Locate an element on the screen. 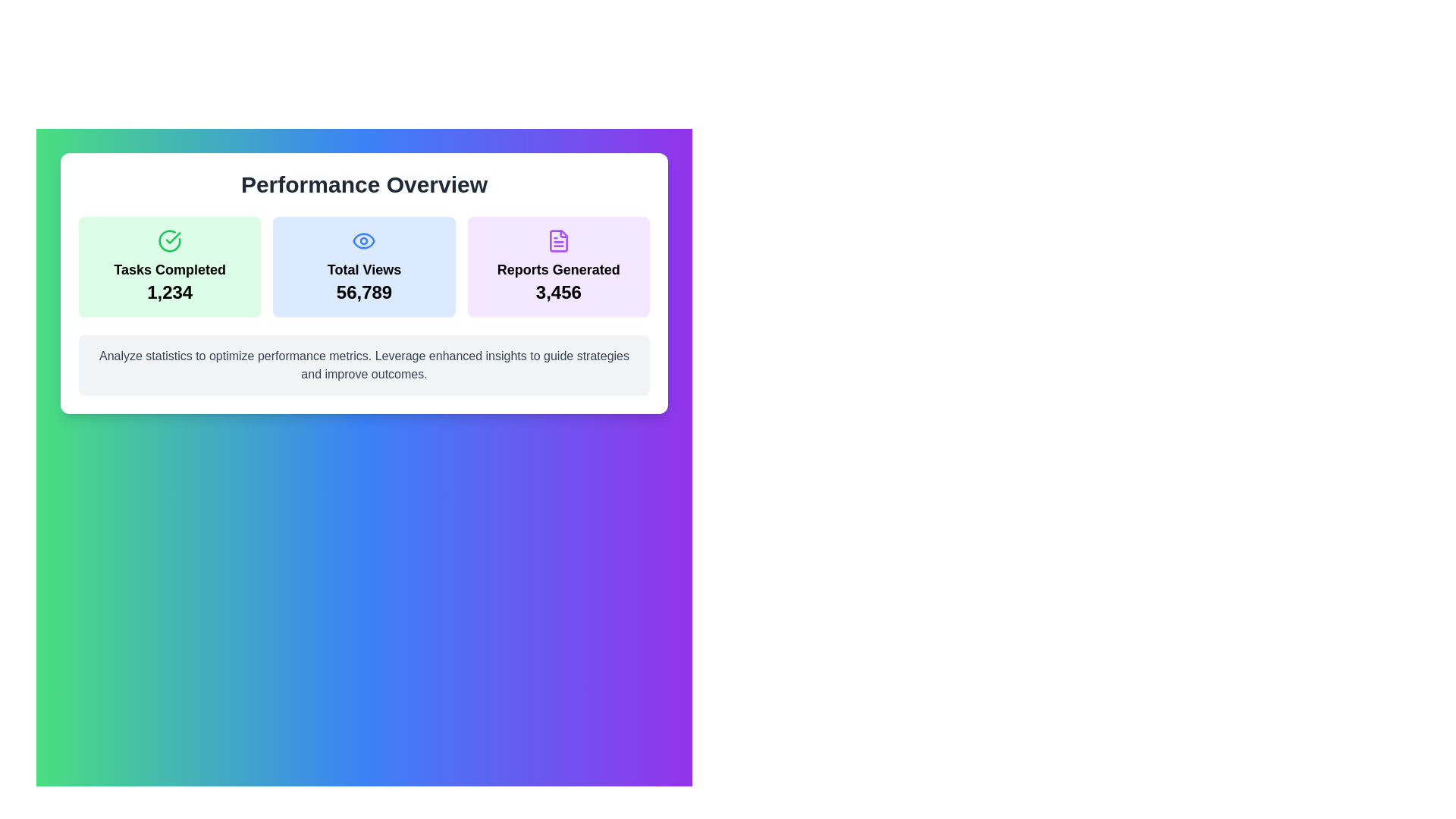 The height and width of the screenshot is (819, 1456). the success indicator icon located in the 'Tasks Completed' card within the 'Performance Overview' section is located at coordinates (173, 237).